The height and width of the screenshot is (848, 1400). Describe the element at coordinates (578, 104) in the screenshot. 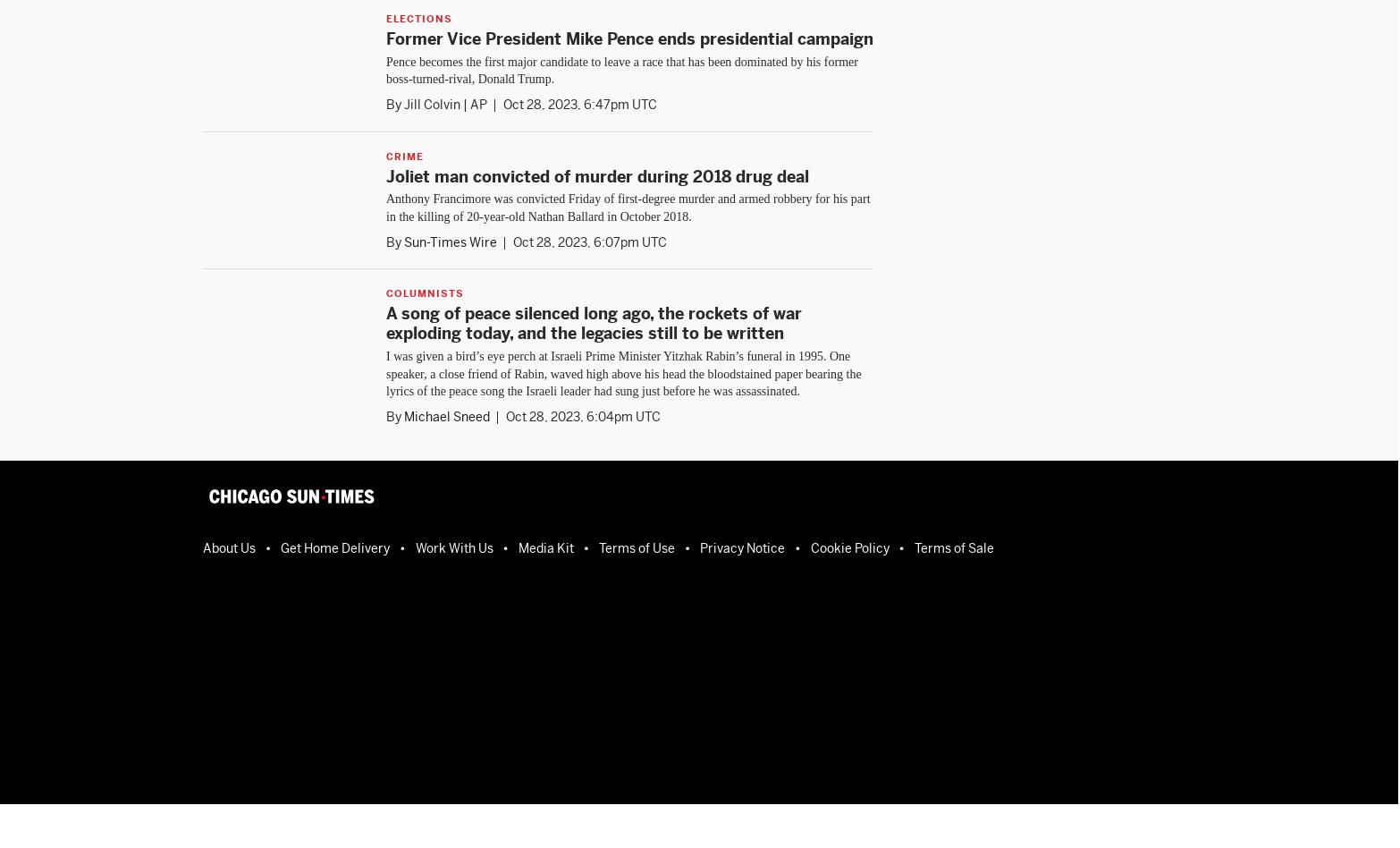

I see `'Oct 28, 2023, 6:47pm UTC'` at that location.